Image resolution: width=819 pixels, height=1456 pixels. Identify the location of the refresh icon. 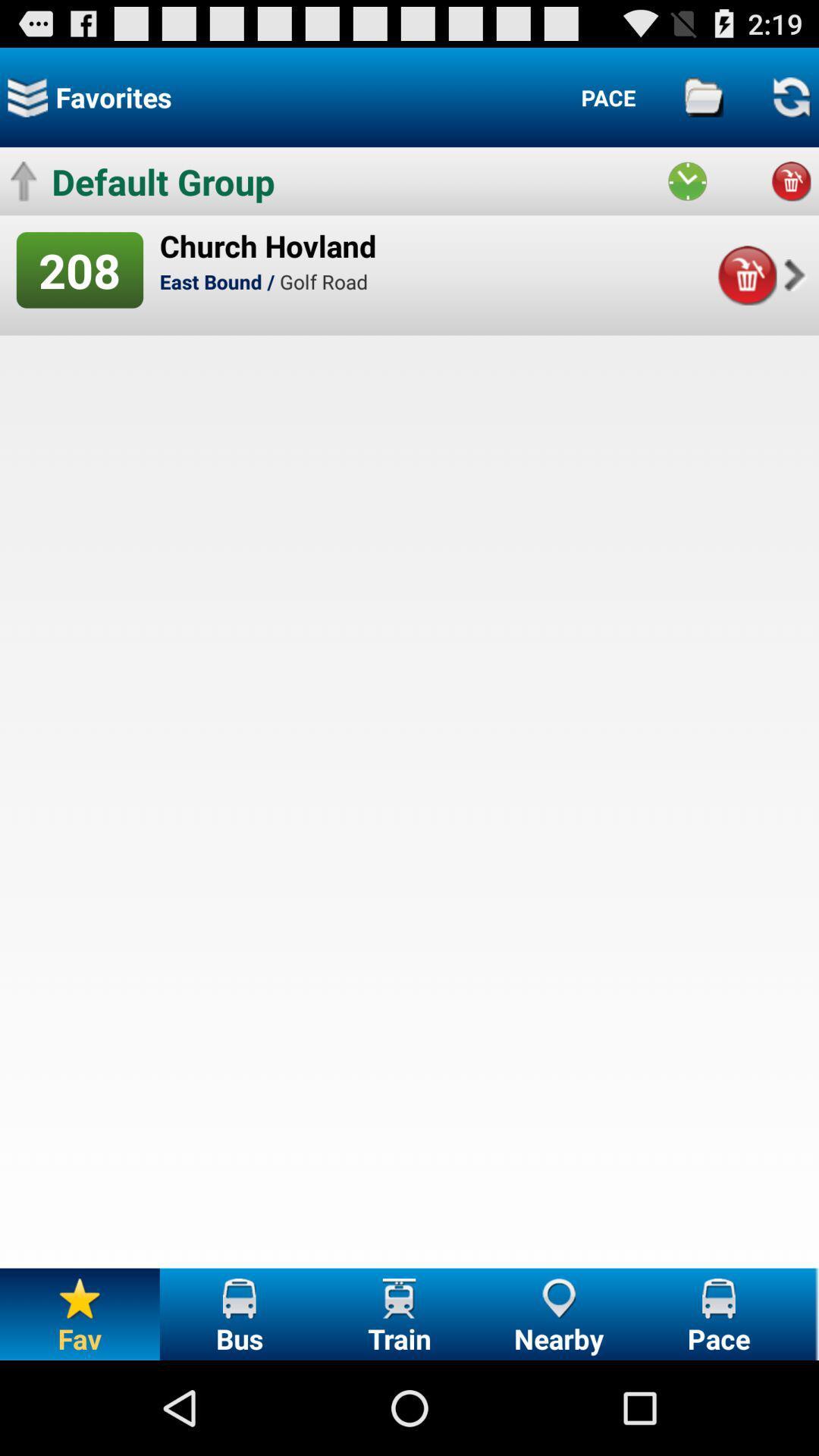
(790, 103).